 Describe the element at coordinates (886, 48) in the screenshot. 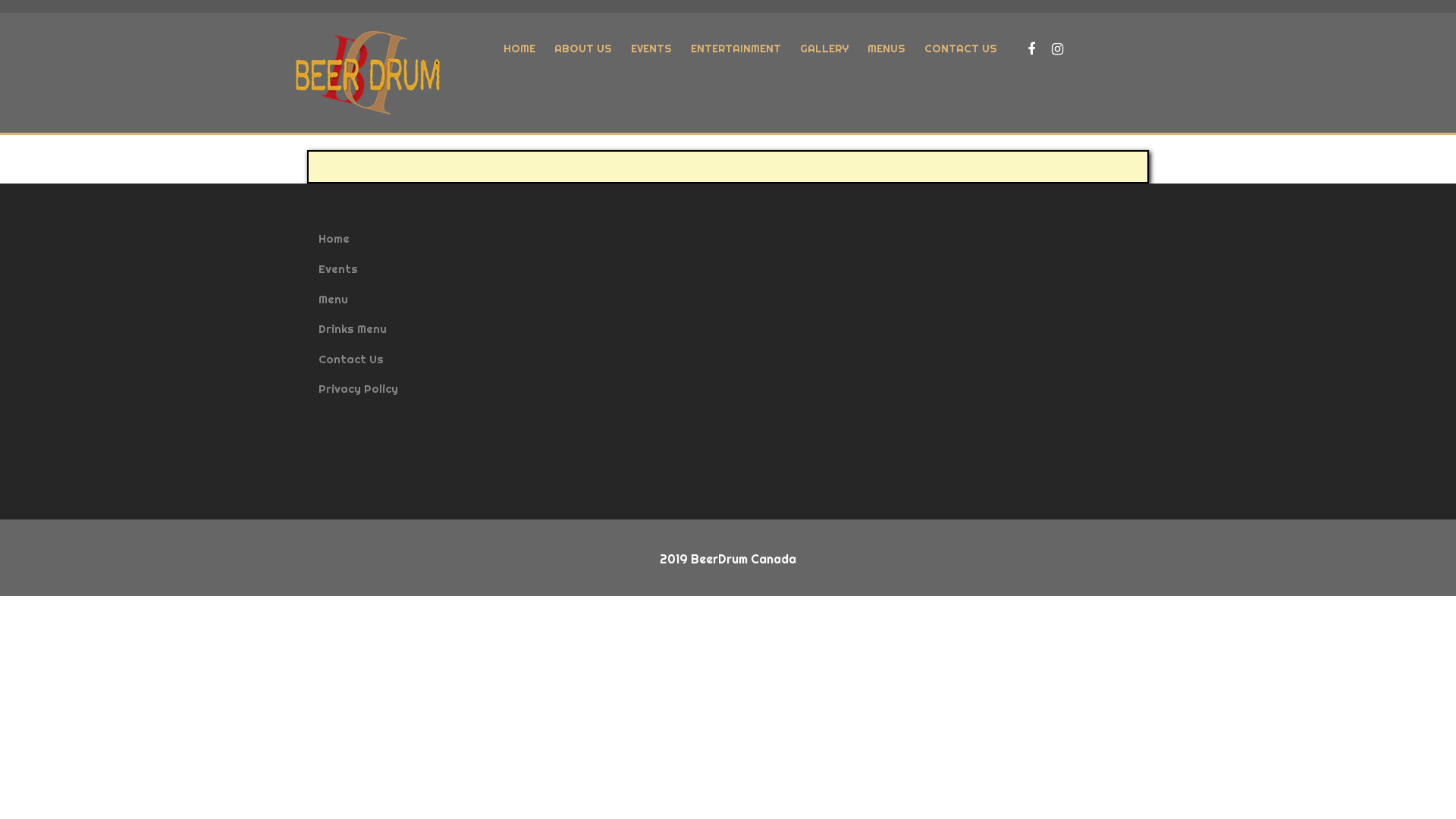

I see `'MENUS'` at that location.